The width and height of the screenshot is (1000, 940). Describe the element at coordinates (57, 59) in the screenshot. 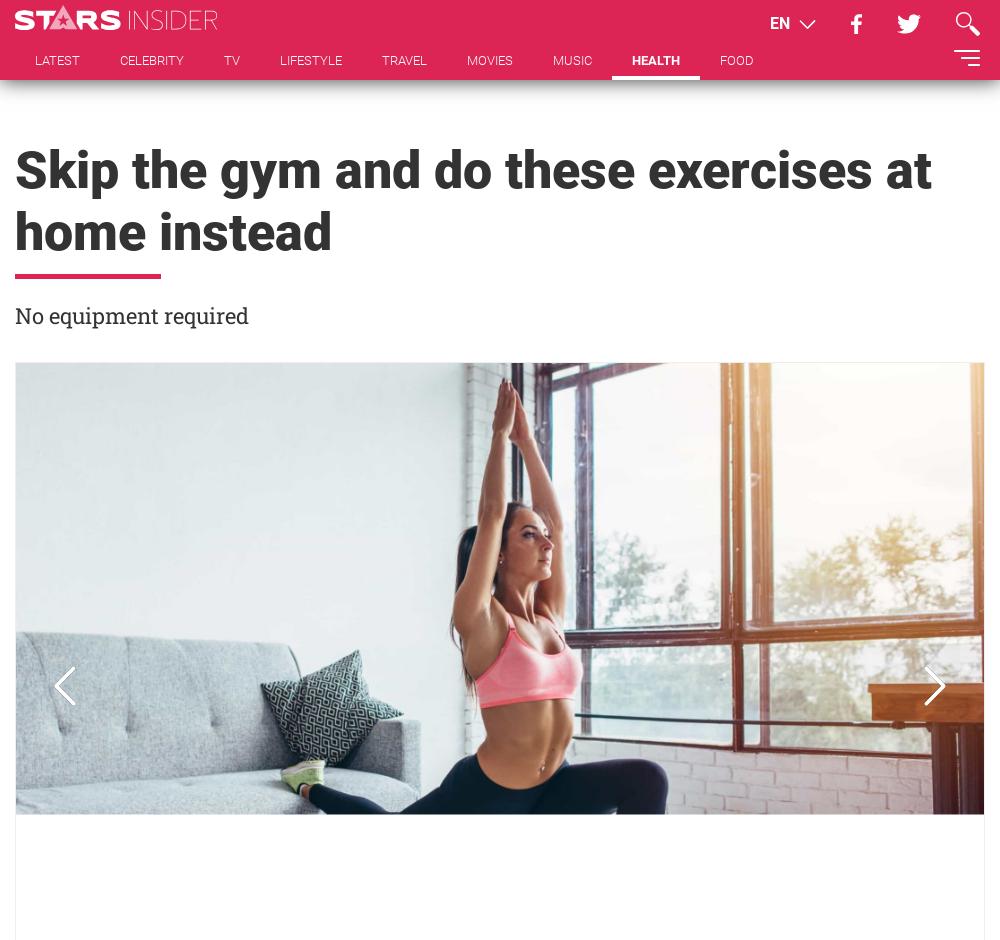

I see `'LATEST'` at that location.